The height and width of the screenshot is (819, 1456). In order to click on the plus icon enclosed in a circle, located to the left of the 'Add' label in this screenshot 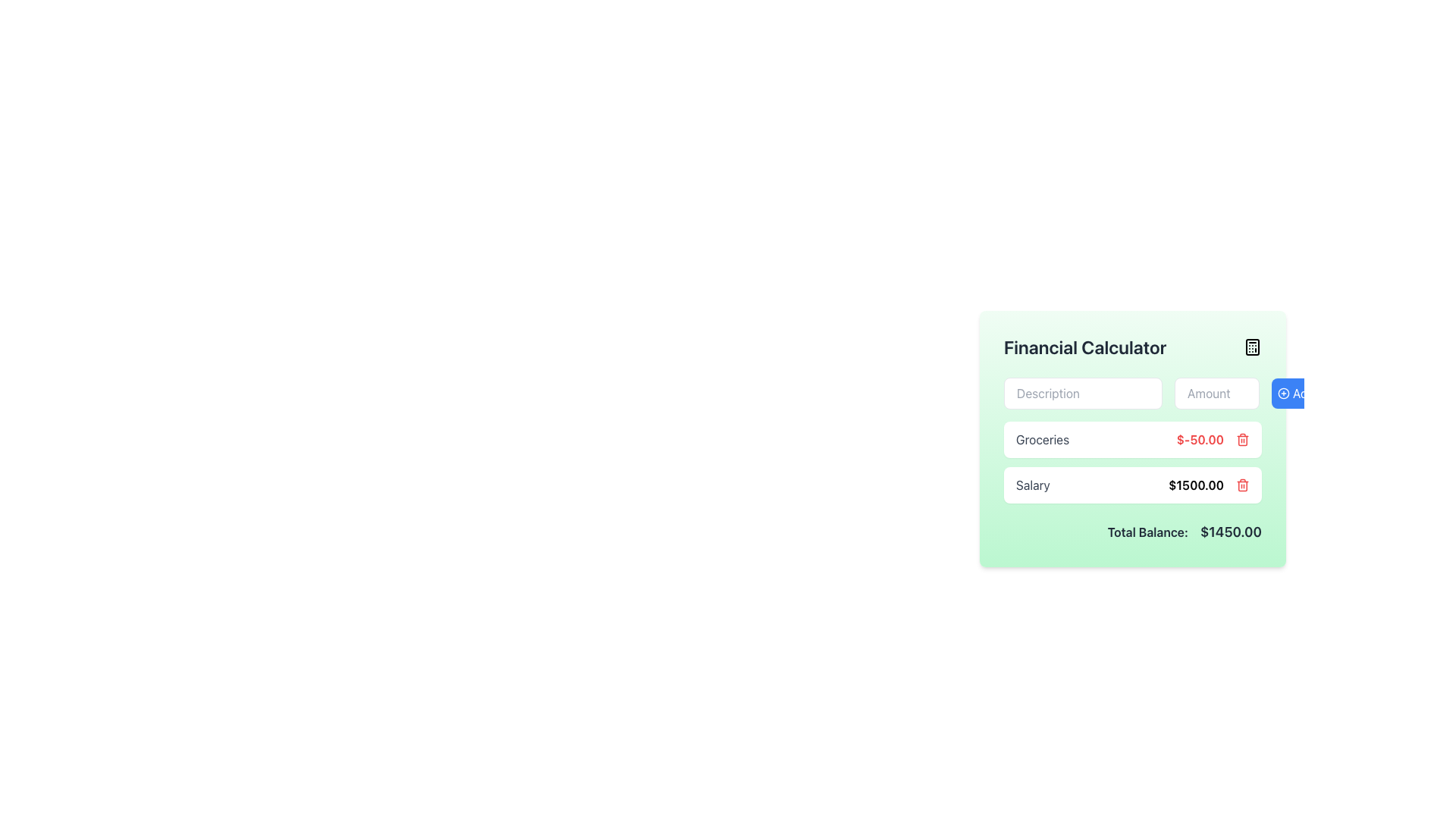, I will do `click(1283, 393)`.